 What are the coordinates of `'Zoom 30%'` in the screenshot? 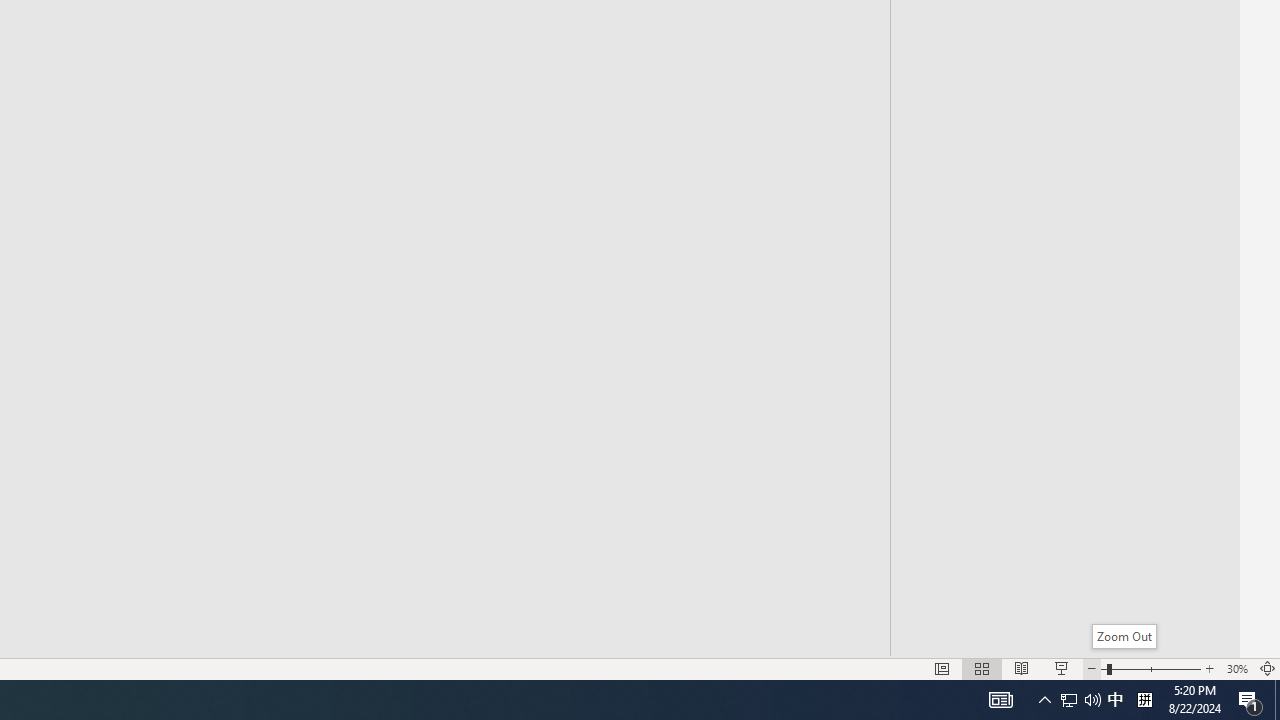 It's located at (1236, 669).